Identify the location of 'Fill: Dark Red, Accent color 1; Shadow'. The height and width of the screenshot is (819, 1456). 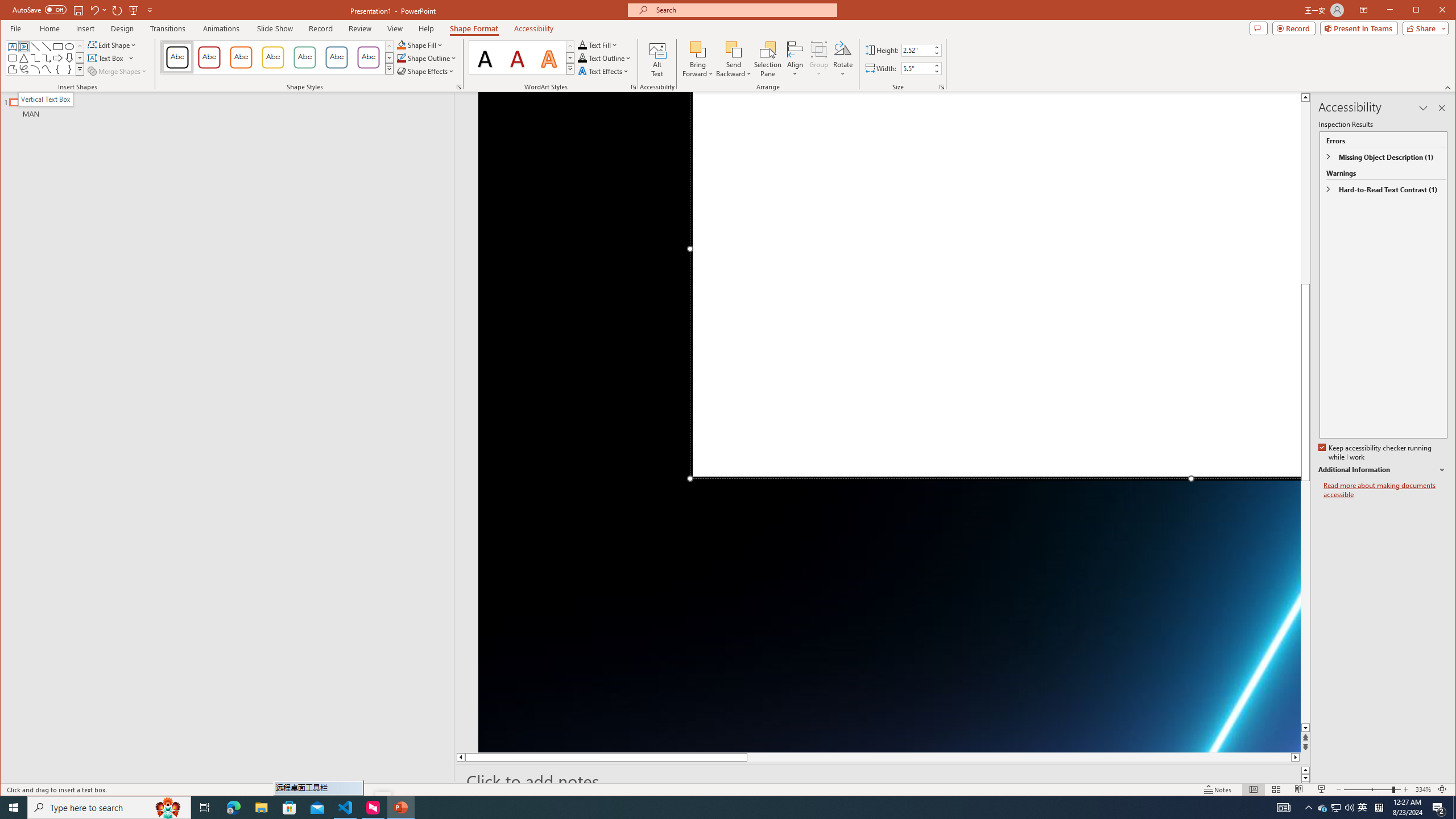
(517, 57).